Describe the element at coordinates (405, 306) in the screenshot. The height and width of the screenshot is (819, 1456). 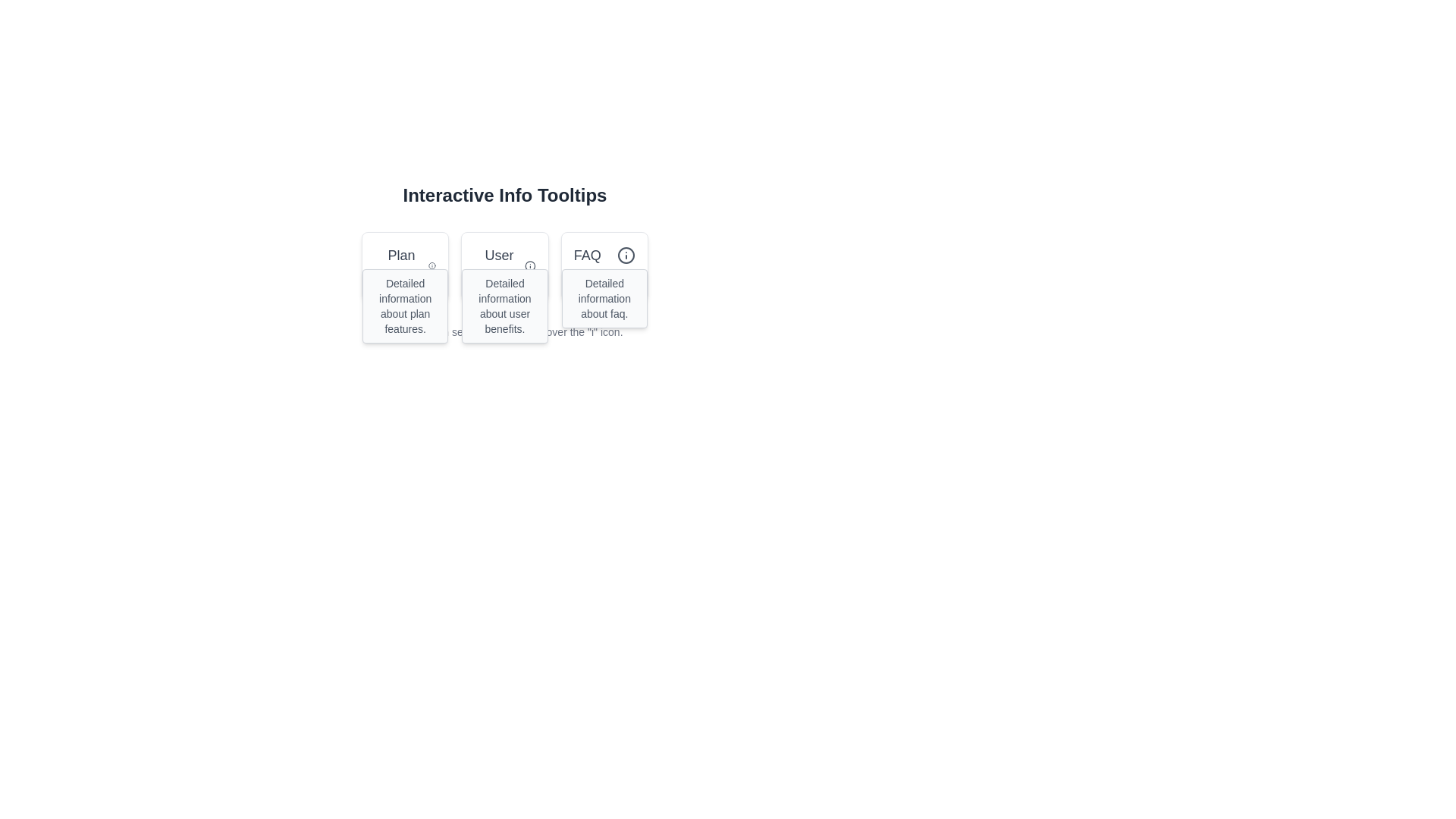
I see `text from the tooltip's text label that contains the information about plan features, which is styled in a smaller font size and medium gray color` at that location.